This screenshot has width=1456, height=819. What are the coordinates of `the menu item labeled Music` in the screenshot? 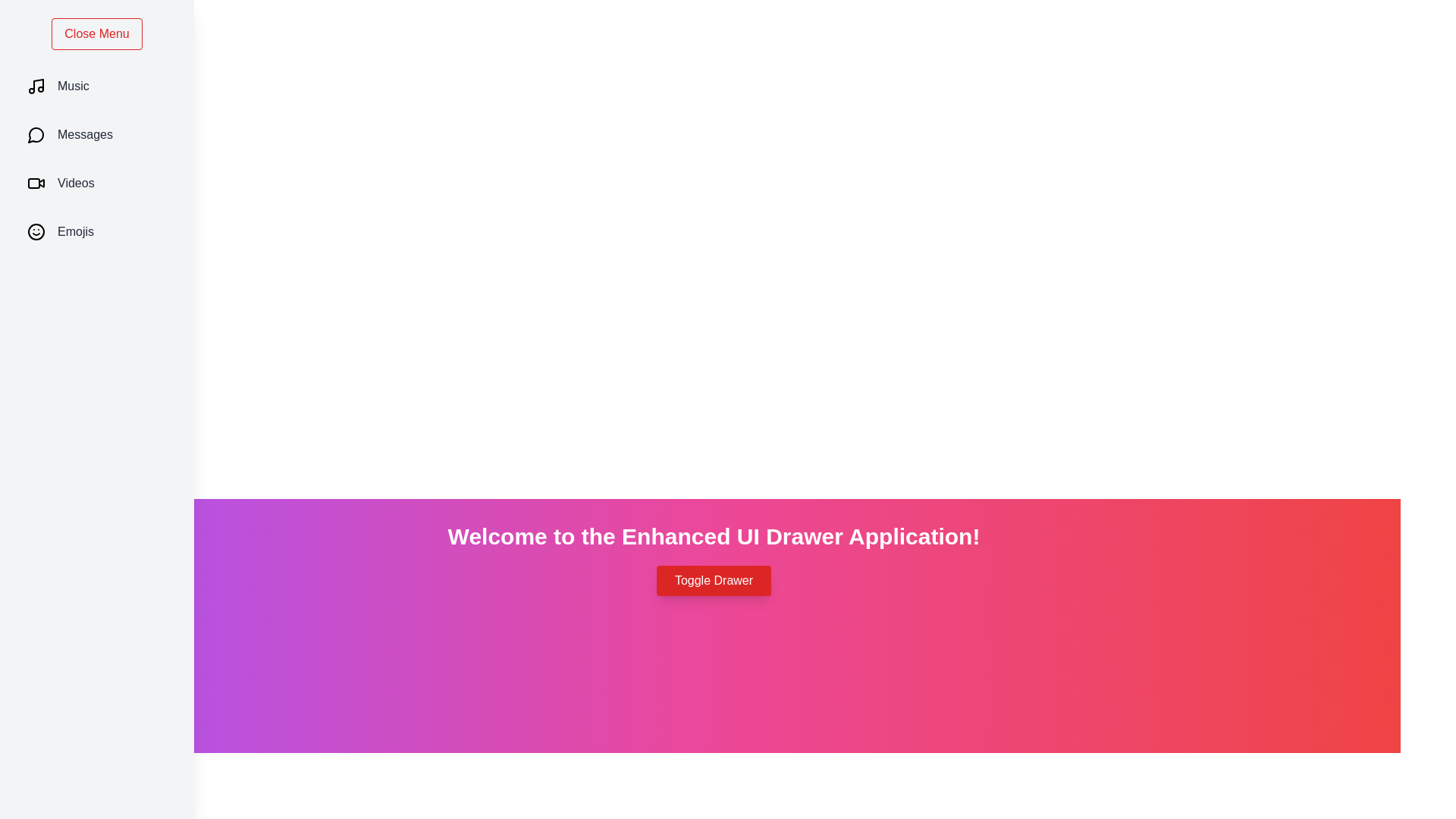 It's located at (96, 86).